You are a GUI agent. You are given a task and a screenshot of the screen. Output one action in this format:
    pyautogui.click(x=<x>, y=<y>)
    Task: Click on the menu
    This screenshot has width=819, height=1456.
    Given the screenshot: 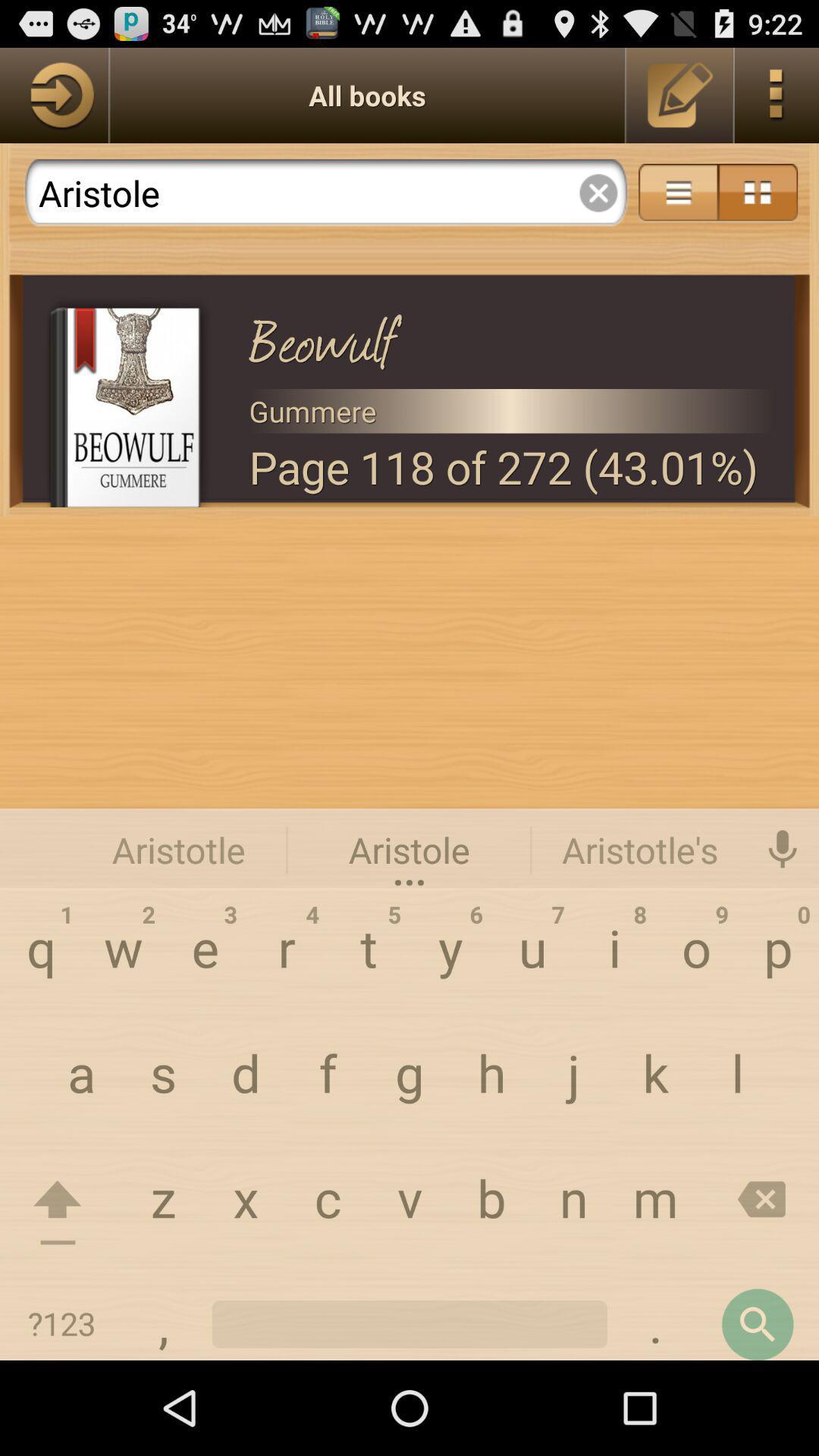 What is the action you would take?
    pyautogui.click(x=758, y=192)
    